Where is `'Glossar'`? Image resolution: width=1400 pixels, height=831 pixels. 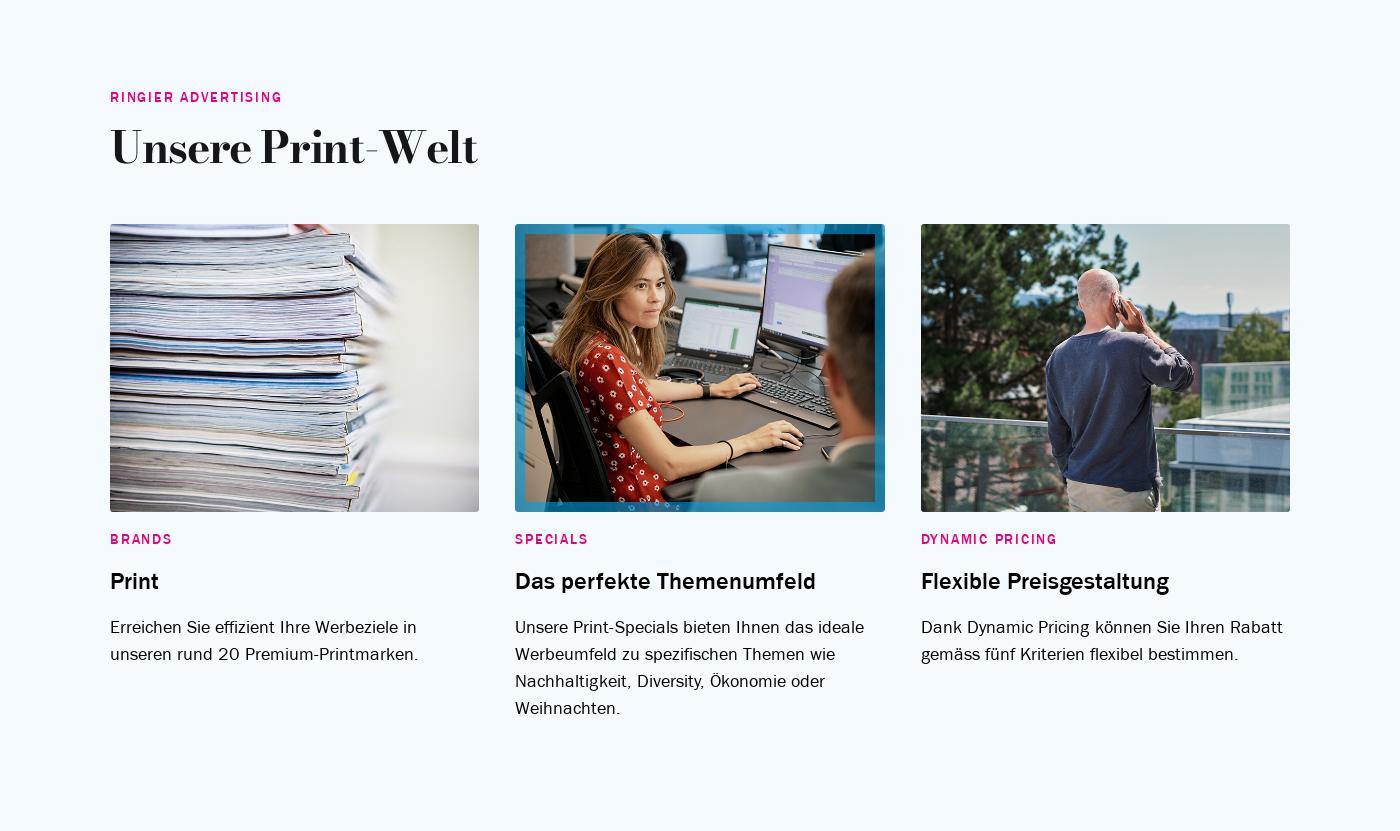
'Glossar' is located at coordinates (615, 534).